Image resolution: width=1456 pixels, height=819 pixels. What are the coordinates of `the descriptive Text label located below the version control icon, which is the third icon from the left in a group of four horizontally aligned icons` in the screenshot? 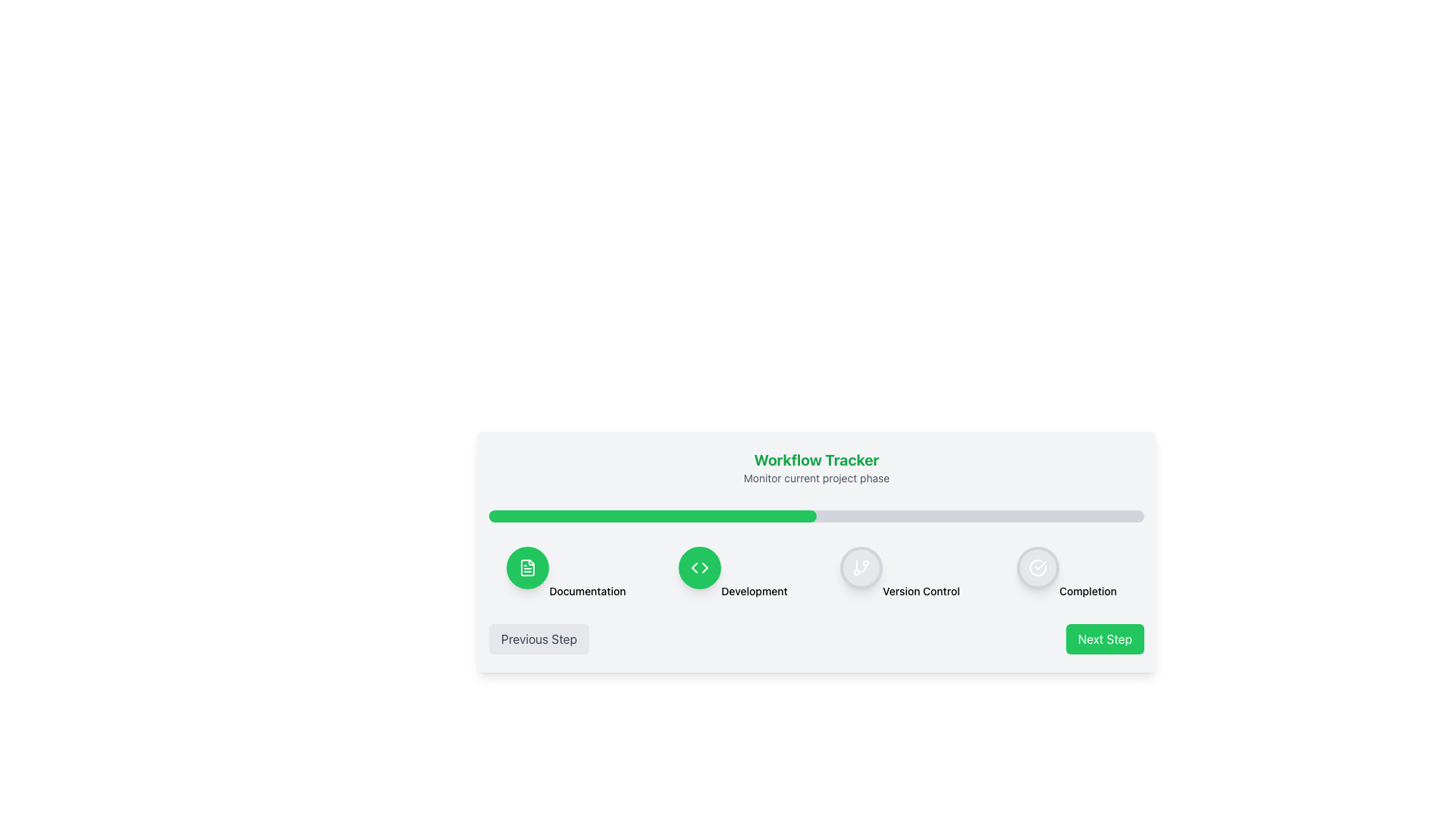 It's located at (920, 590).